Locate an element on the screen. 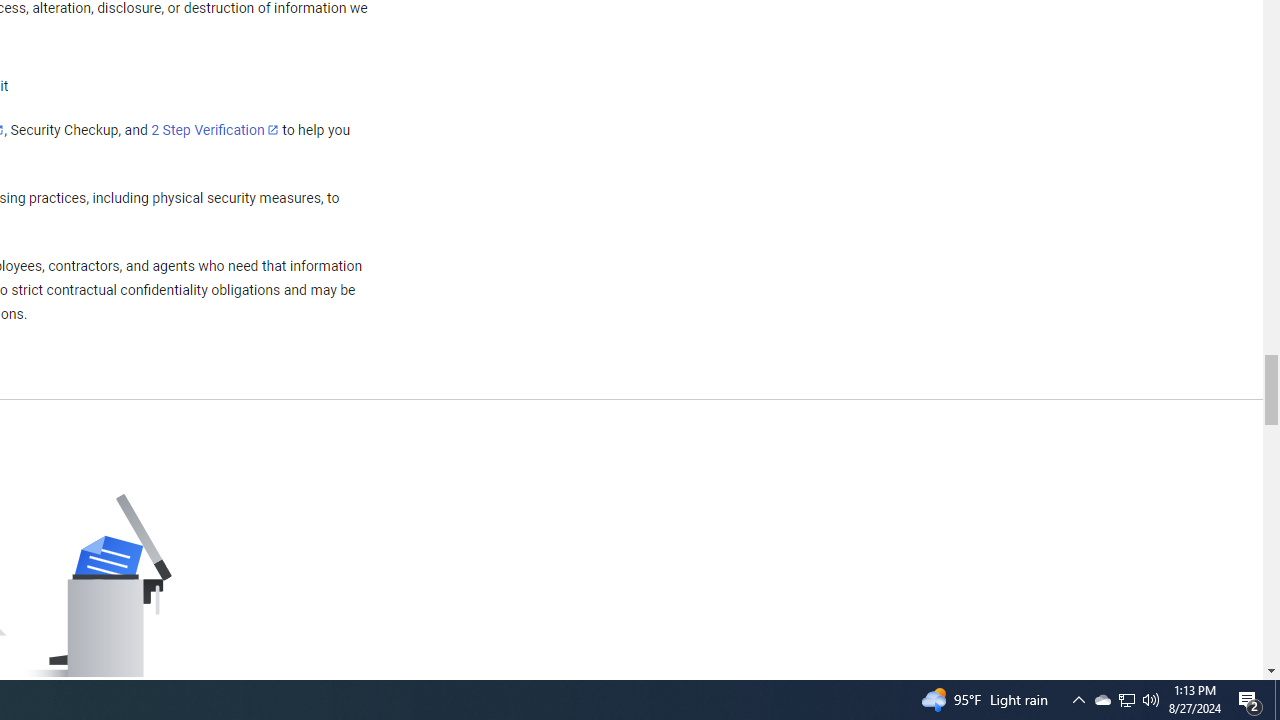 Image resolution: width=1280 pixels, height=720 pixels. '2 Step Verification' is located at coordinates (215, 129).